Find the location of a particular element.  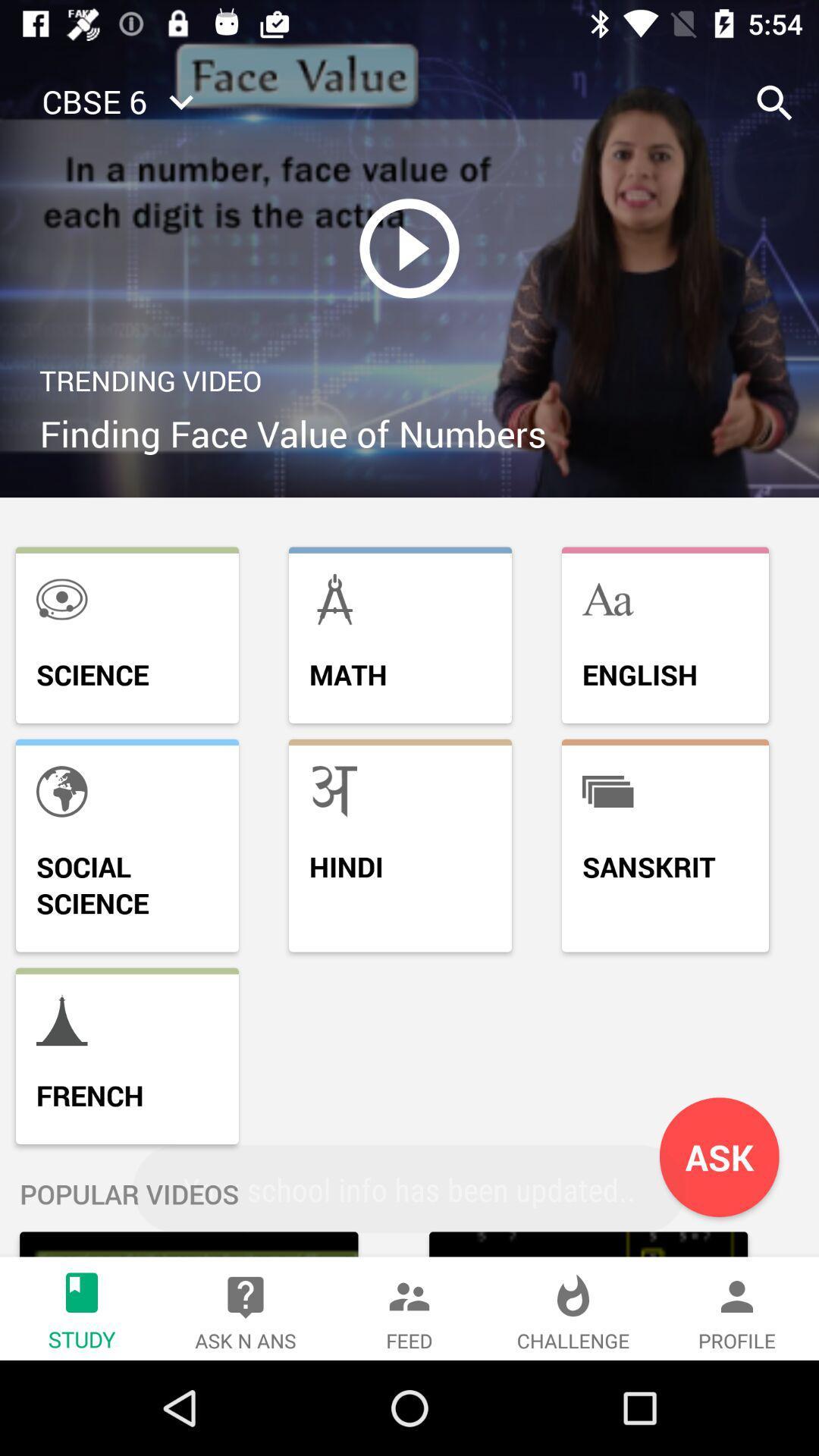

the play icon is located at coordinates (409, 248).